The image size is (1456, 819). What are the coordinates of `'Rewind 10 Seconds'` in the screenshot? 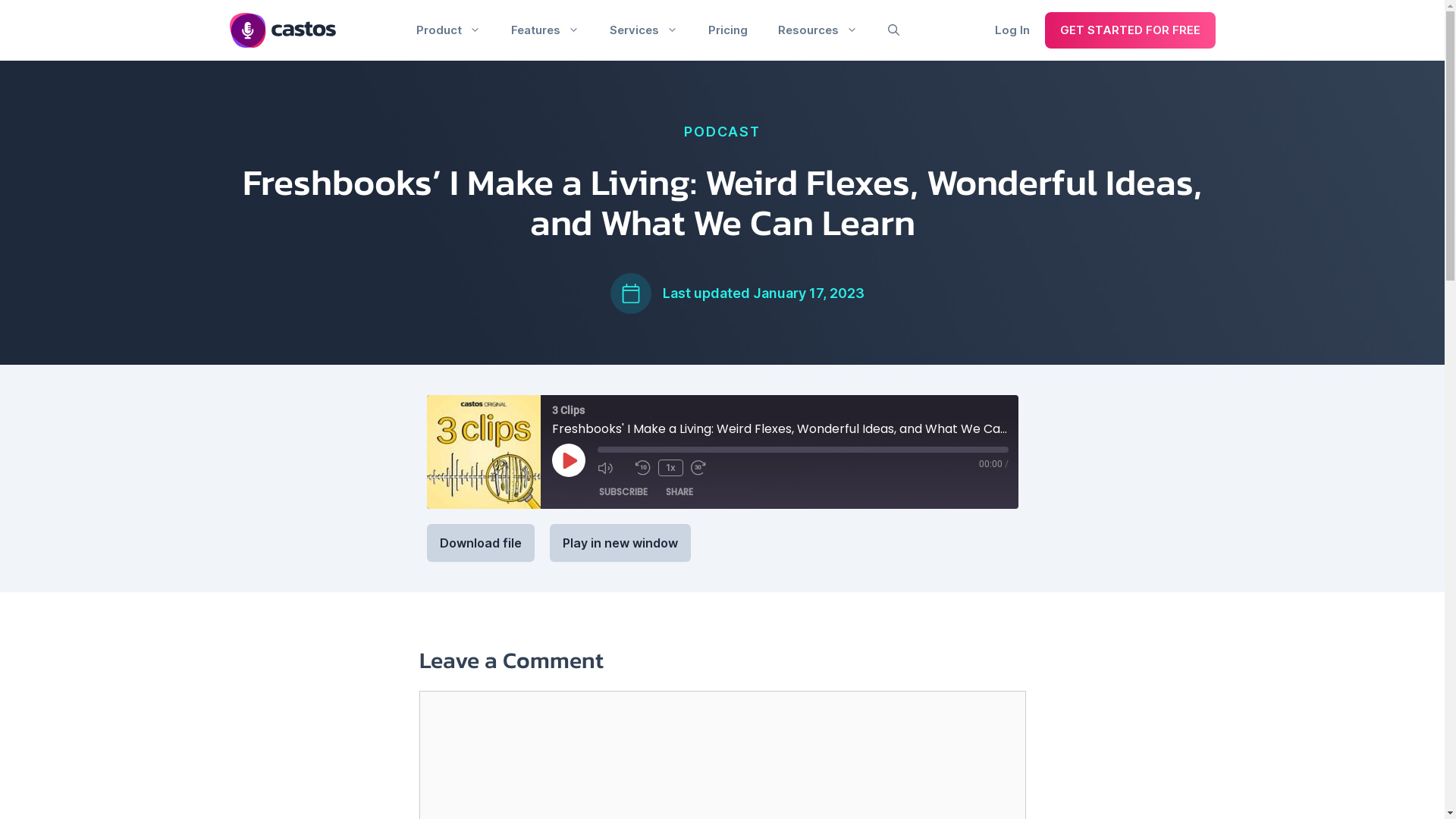 It's located at (643, 467).